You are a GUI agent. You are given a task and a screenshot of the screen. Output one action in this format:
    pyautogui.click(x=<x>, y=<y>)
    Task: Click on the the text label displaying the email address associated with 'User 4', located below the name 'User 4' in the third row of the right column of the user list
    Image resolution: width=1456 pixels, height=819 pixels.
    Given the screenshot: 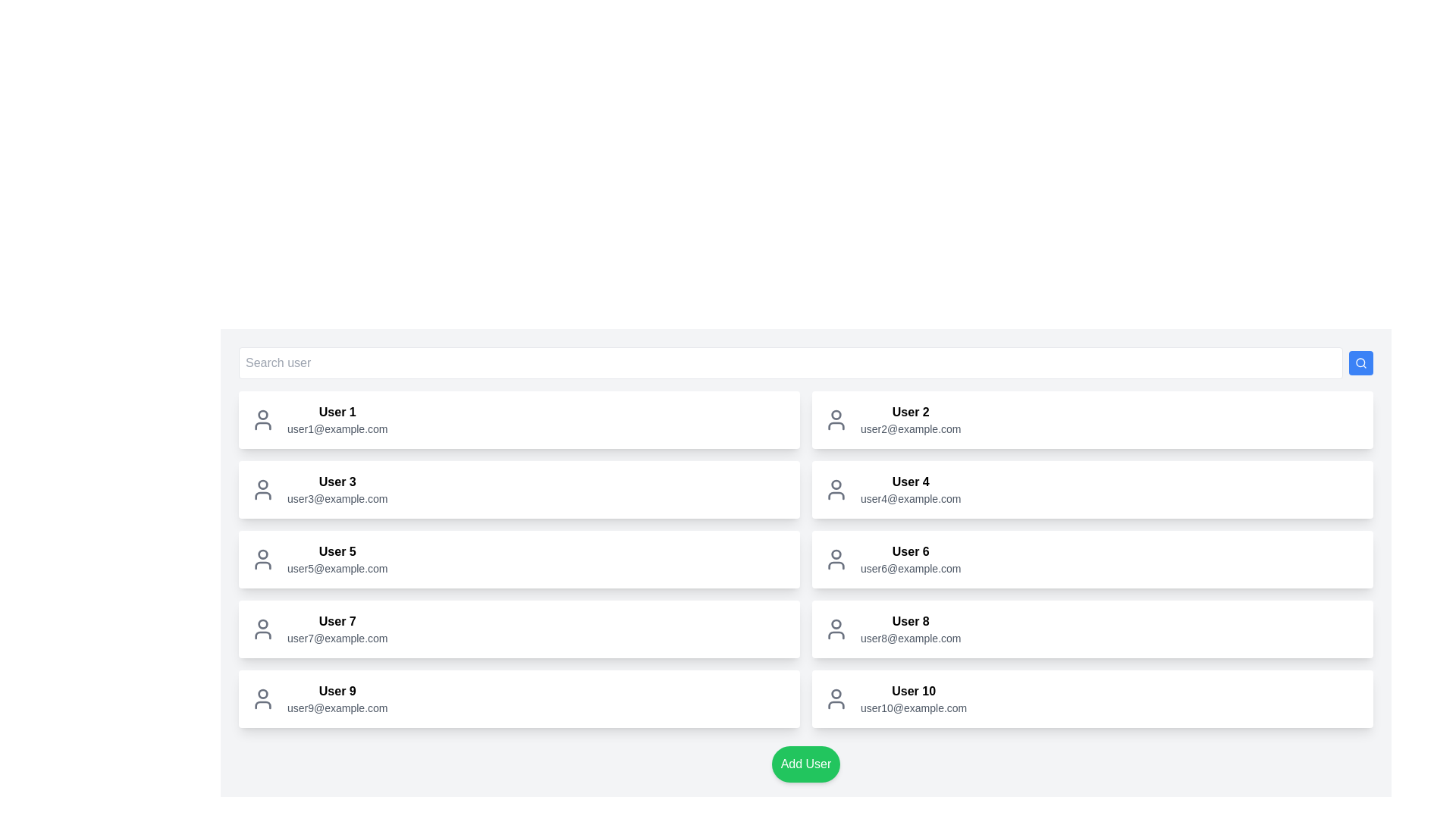 What is the action you would take?
    pyautogui.click(x=910, y=499)
    